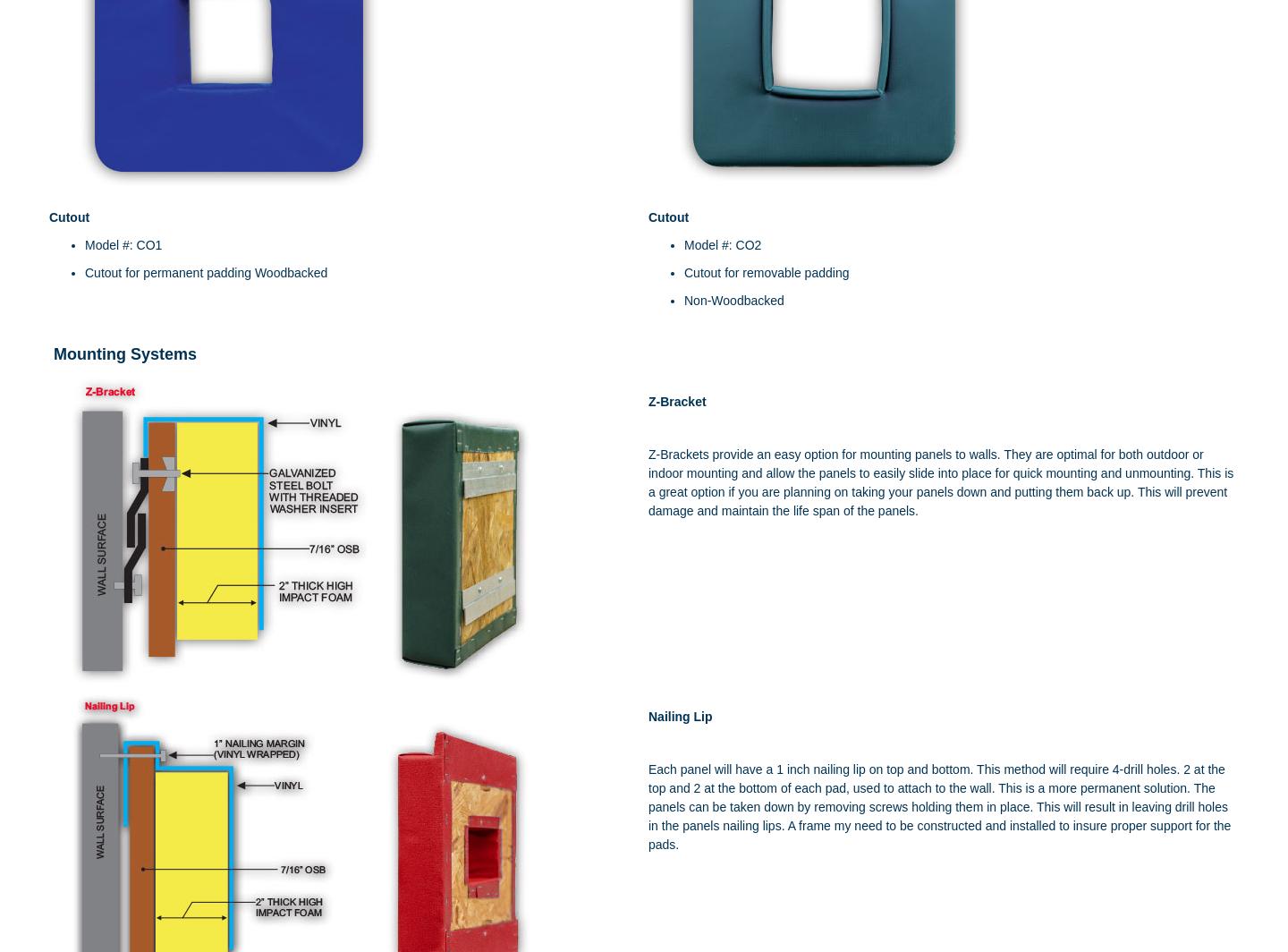 This screenshot has width=1288, height=952. What do you see at coordinates (939, 806) in the screenshot?
I see `'Each panel will have a 1 inch nailing lip on top and bottom. This method will require 4-drill holes. 2 at the top and 2 at the bottom of each pad, used to attach to the wall. This is a more permanent solution. The panels can be taken down by removing screws holding them in place. This will result in leaving drill holes in the panels nailing lips. A frame my need to be constructed and installed to insure proper support for the pads.'` at bounding box center [939, 806].